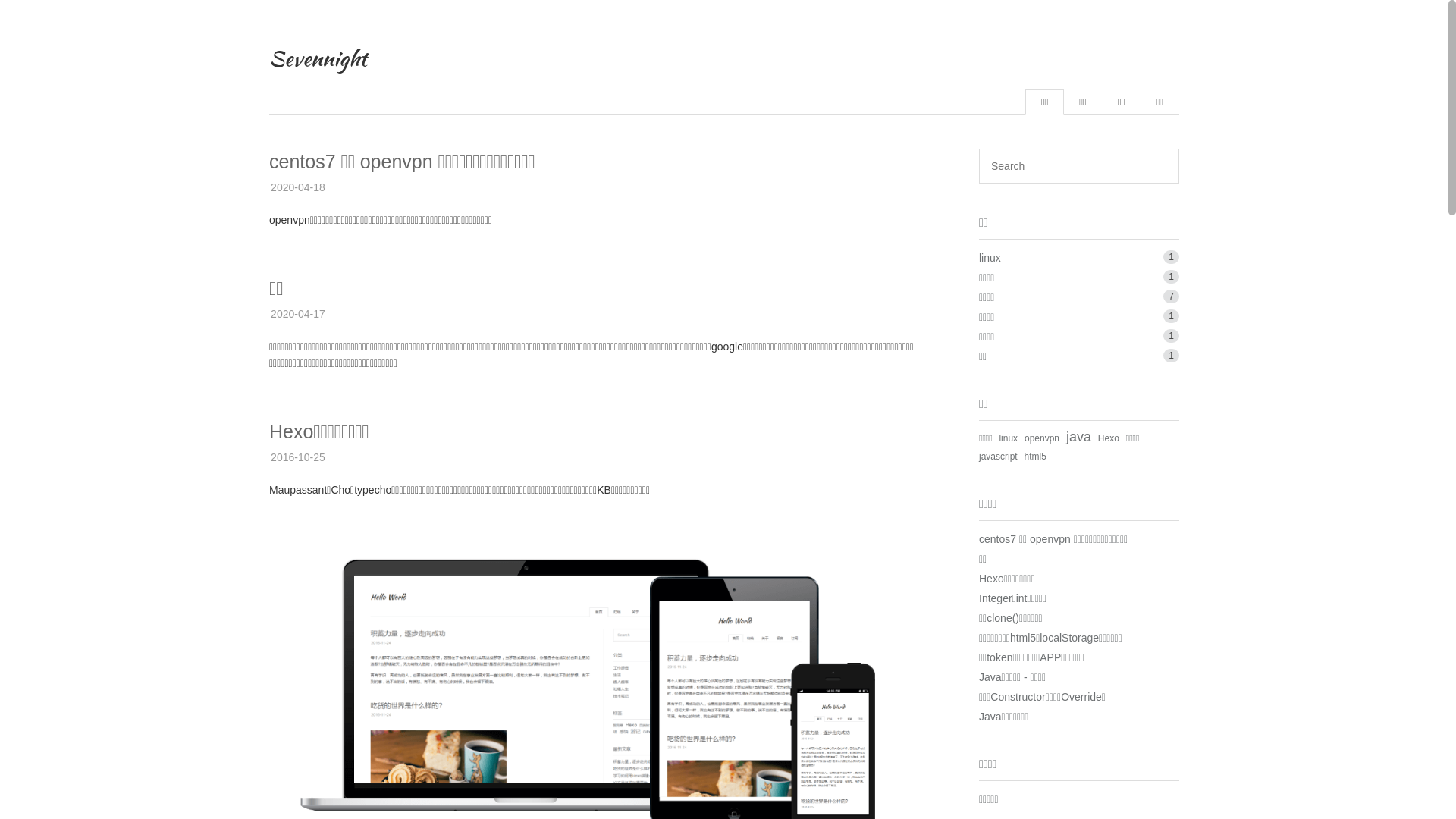  What do you see at coordinates (1109, 438) in the screenshot?
I see `'Hexo'` at bounding box center [1109, 438].